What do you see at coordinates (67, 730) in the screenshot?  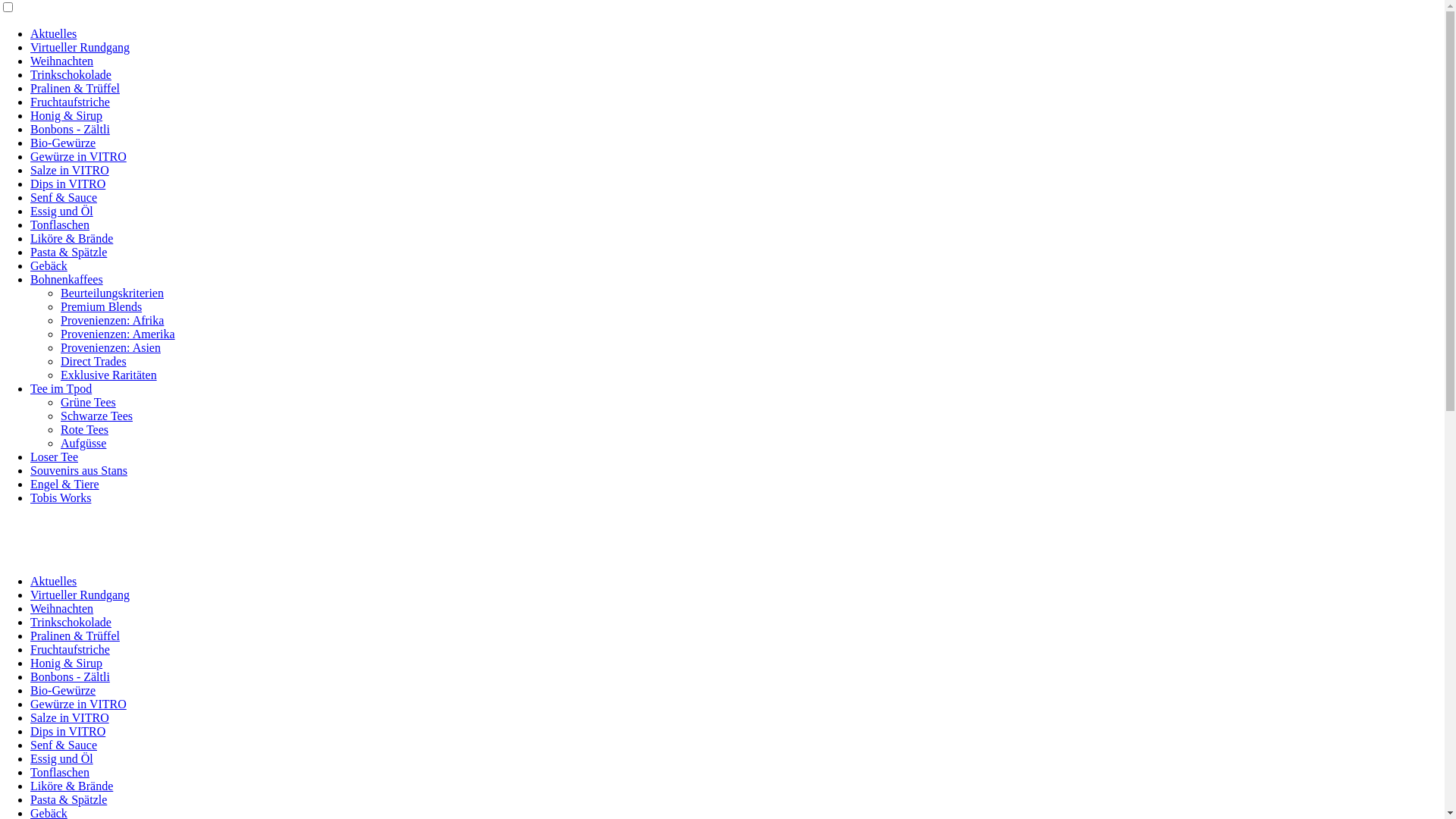 I see `'Dips in VITRO'` at bounding box center [67, 730].